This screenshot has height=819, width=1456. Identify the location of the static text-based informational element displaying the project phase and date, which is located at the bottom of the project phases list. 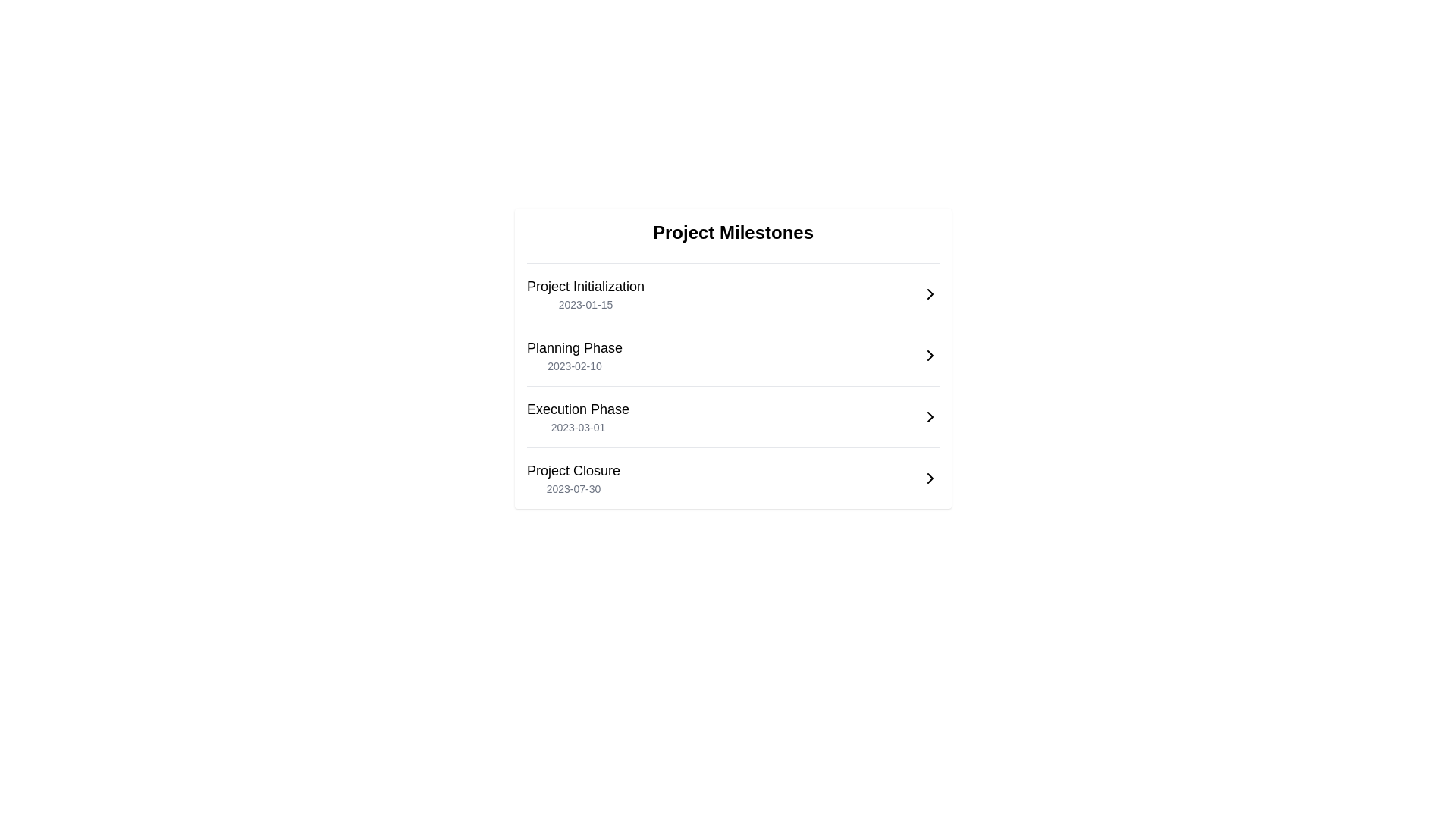
(573, 479).